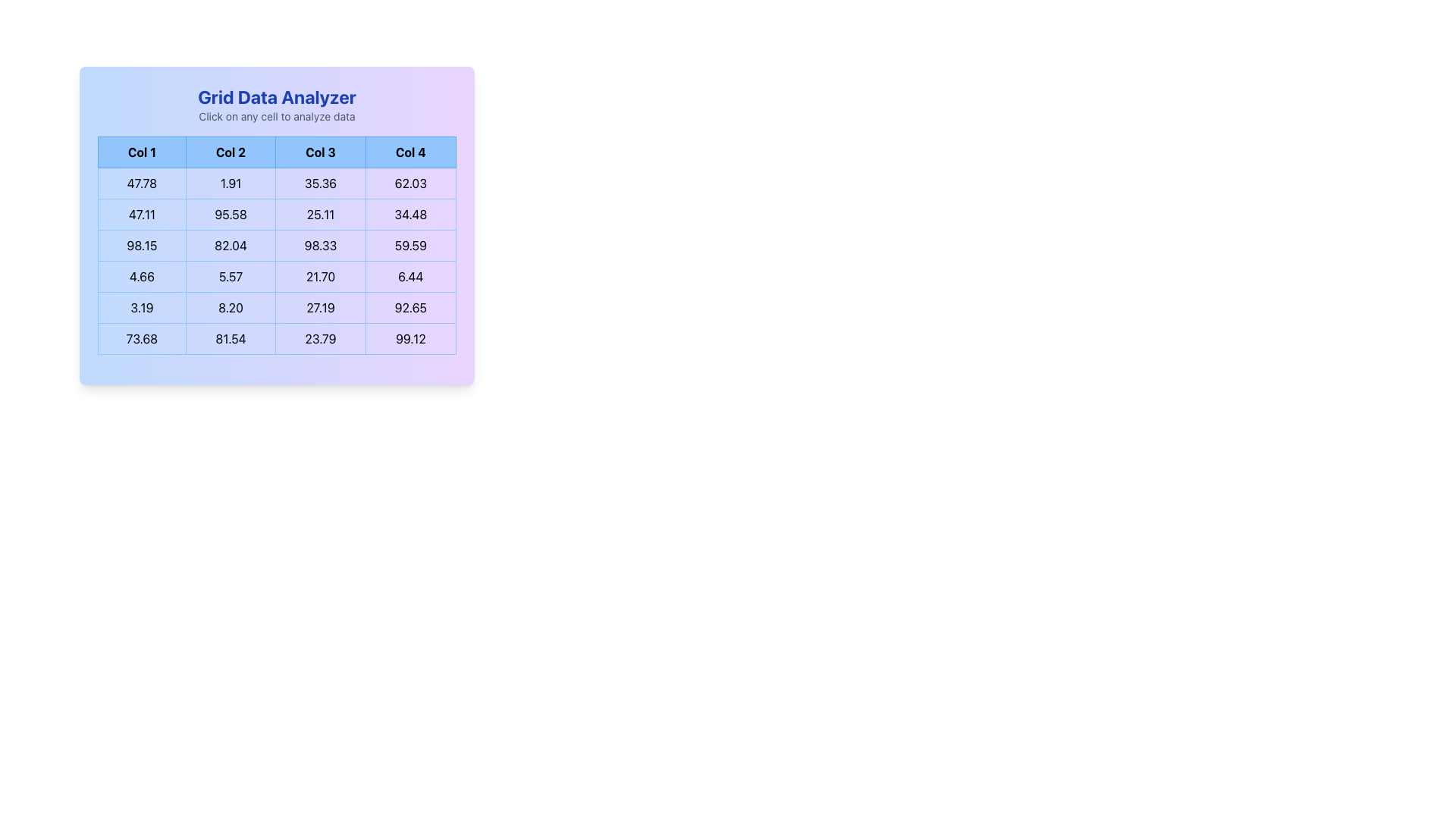  What do you see at coordinates (319, 214) in the screenshot?
I see `the table cell in the second row and third column that contains the text '25.11', styled with a light blue background and bordered in blue` at bounding box center [319, 214].